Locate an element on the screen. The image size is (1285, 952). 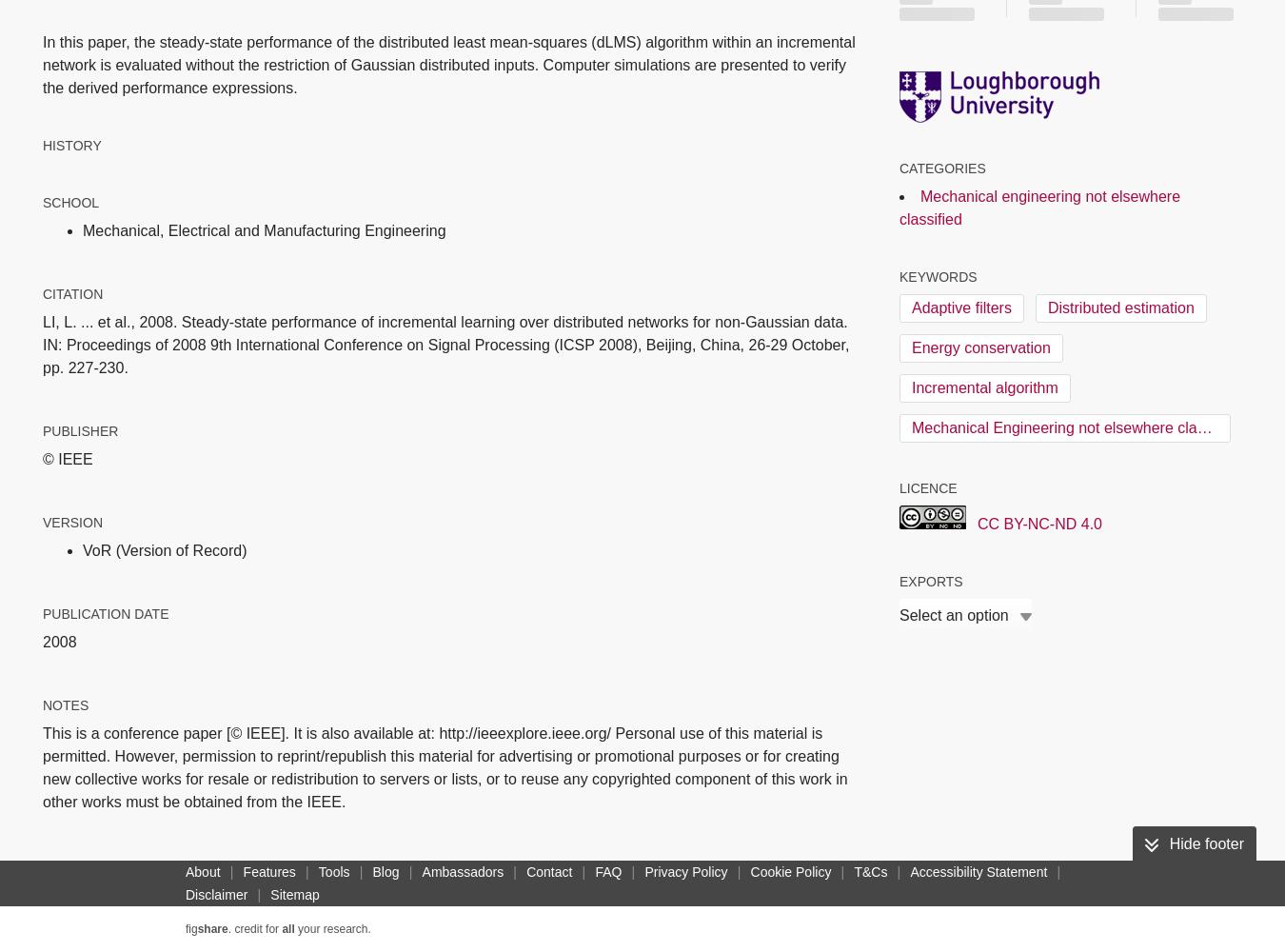
'Exports' is located at coordinates (929, 580).